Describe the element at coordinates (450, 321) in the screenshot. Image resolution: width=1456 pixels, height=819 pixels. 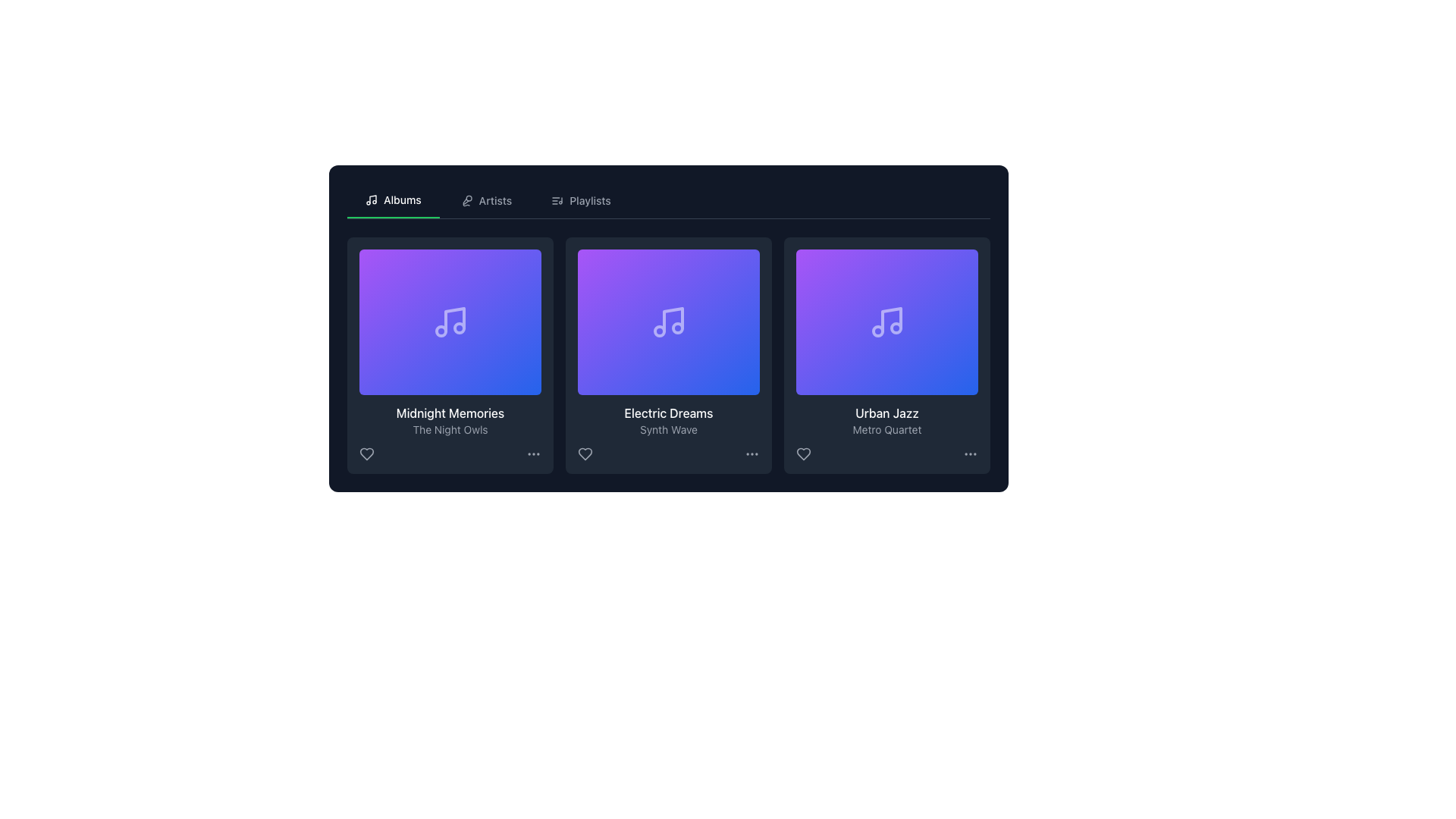
I see `the music album icon located at the center of the first album card in the horizontal list` at that location.